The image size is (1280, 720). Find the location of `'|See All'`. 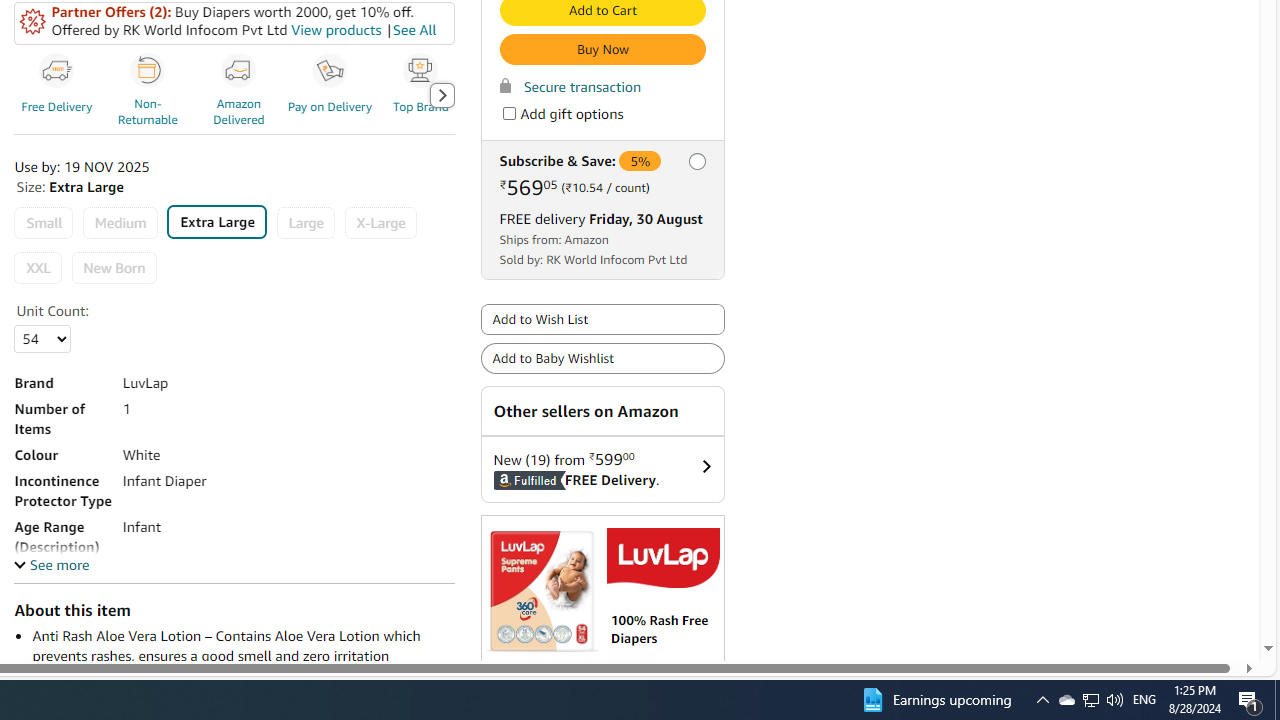

'|See All' is located at coordinates (409, 30).